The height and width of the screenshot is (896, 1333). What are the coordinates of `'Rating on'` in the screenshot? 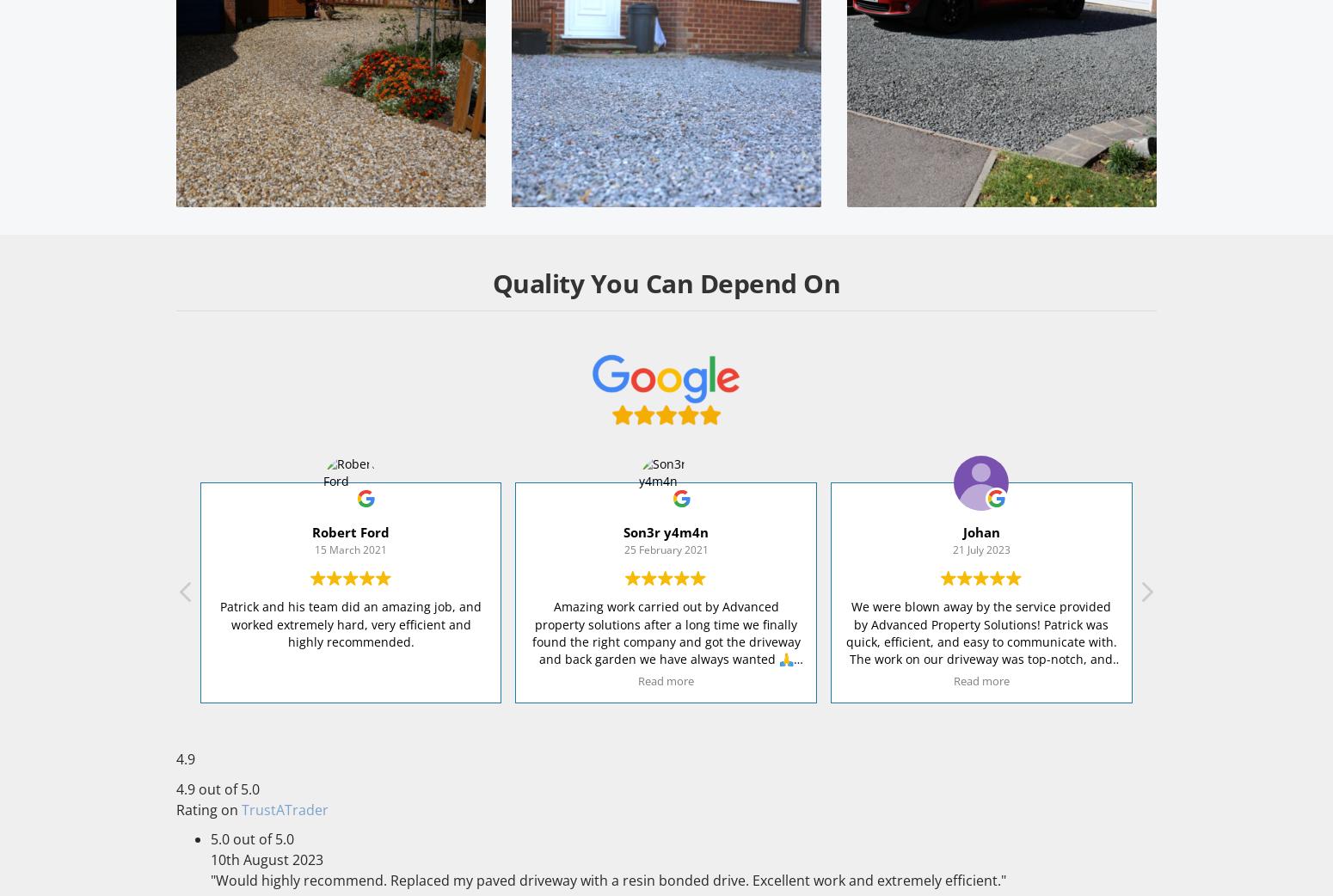 It's located at (209, 808).